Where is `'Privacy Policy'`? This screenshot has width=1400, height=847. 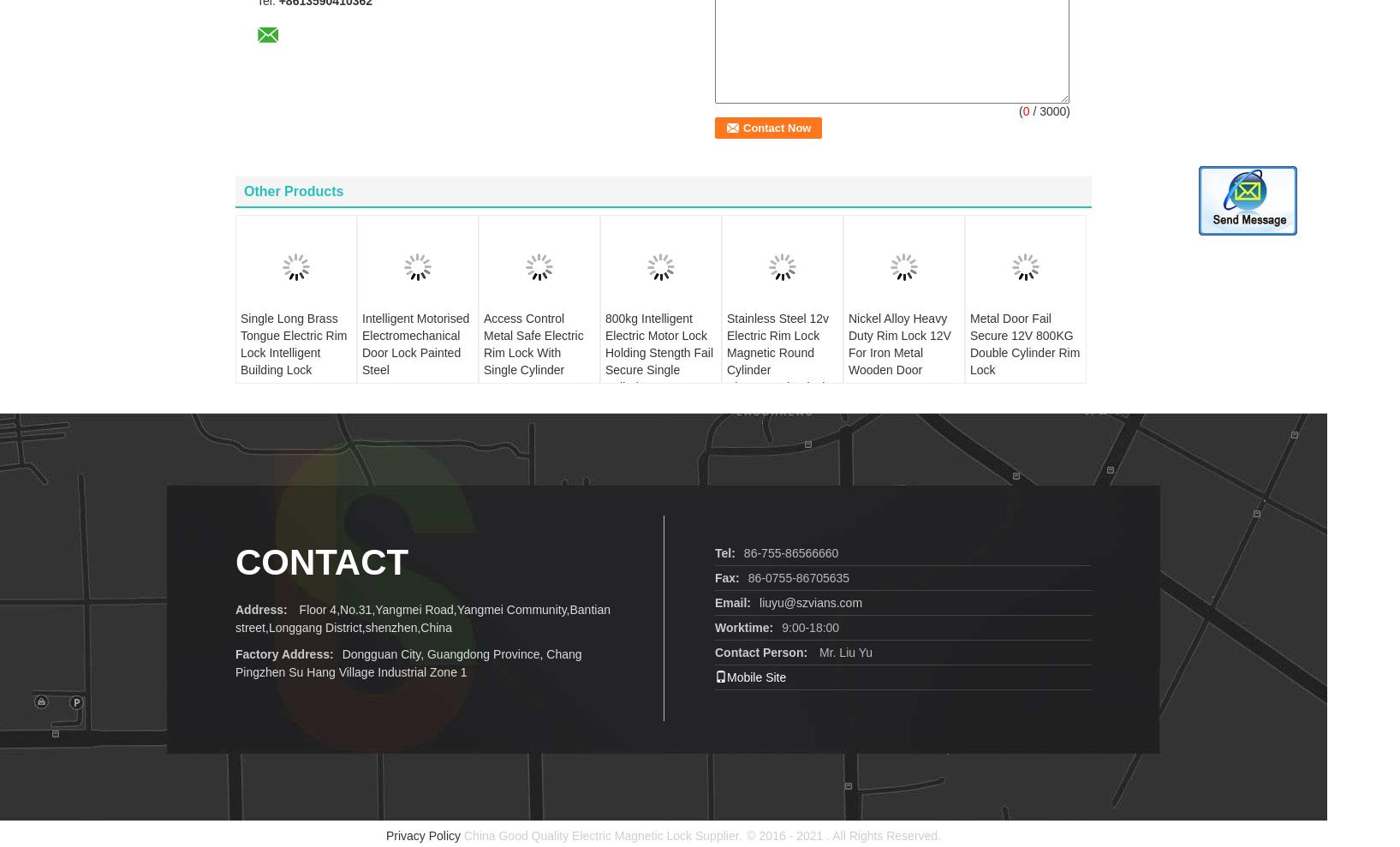 'Privacy Policy' is located at coordinates (421, 808).